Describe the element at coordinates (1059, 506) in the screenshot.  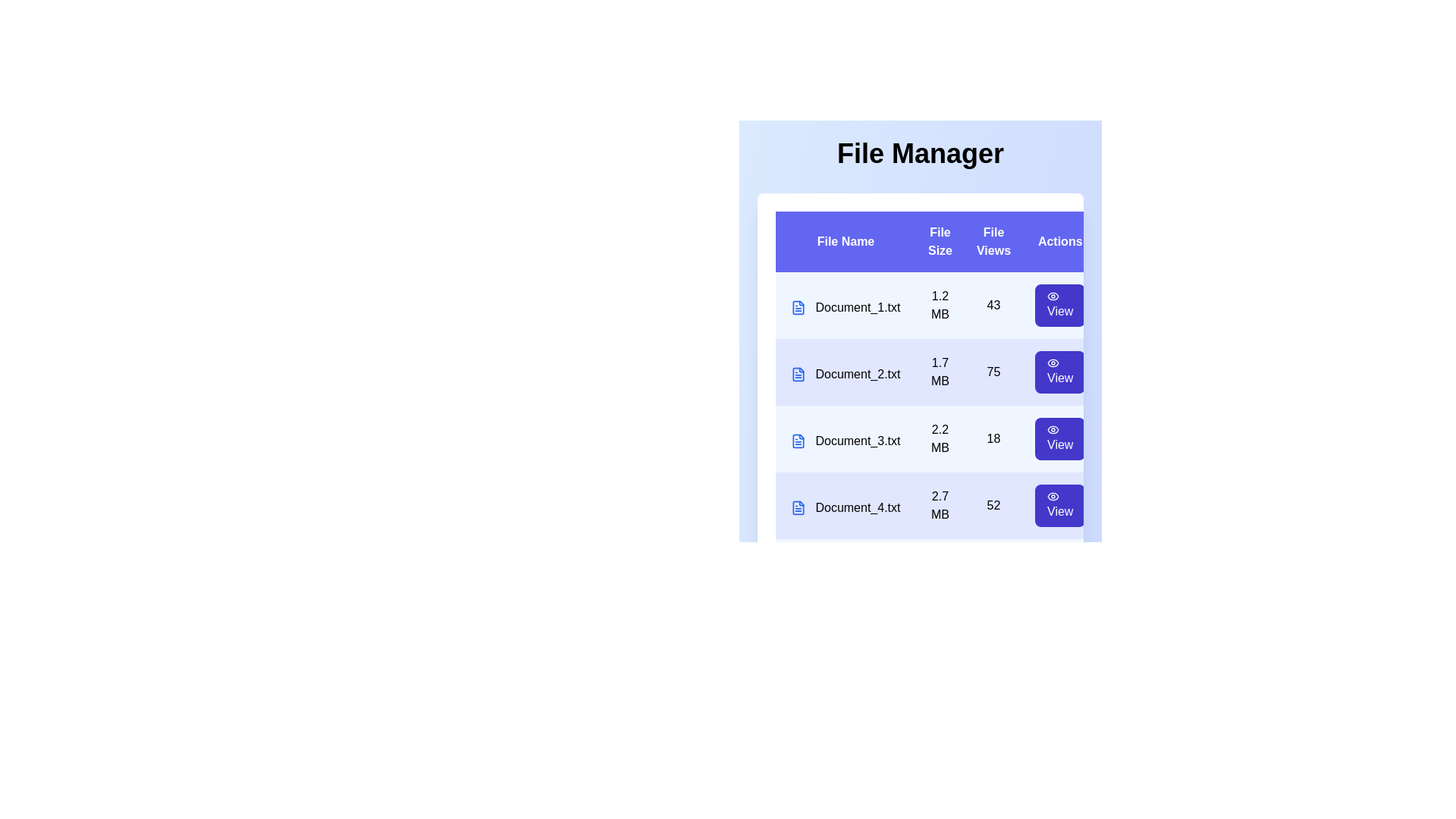
I see `the 'View' button corresponding to the file with name Document_4.txt` at that location.